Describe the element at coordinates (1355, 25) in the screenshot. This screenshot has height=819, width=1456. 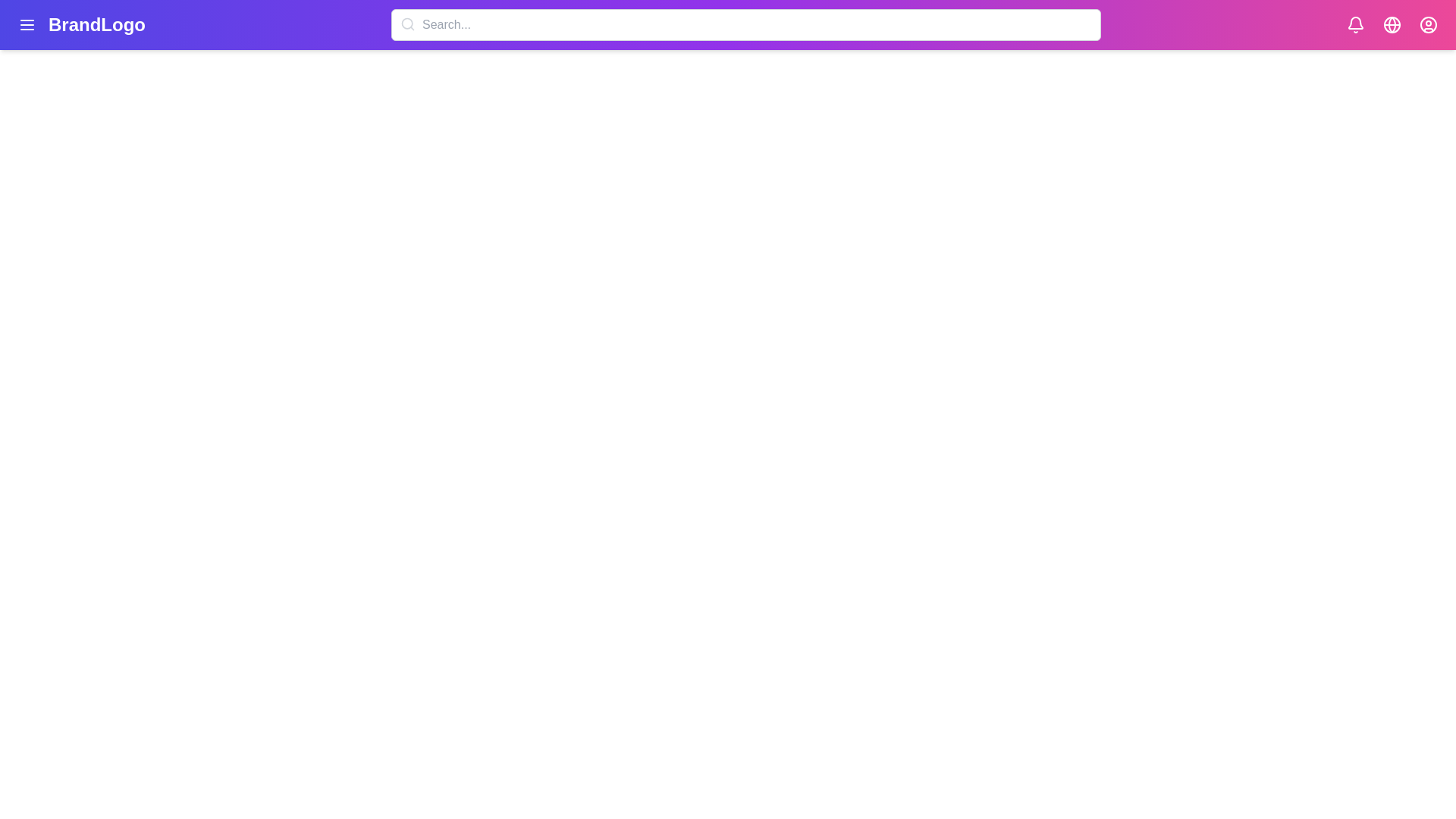
I see `the bell-shaped notification icon located in the top-right corner of the interface` at that location.